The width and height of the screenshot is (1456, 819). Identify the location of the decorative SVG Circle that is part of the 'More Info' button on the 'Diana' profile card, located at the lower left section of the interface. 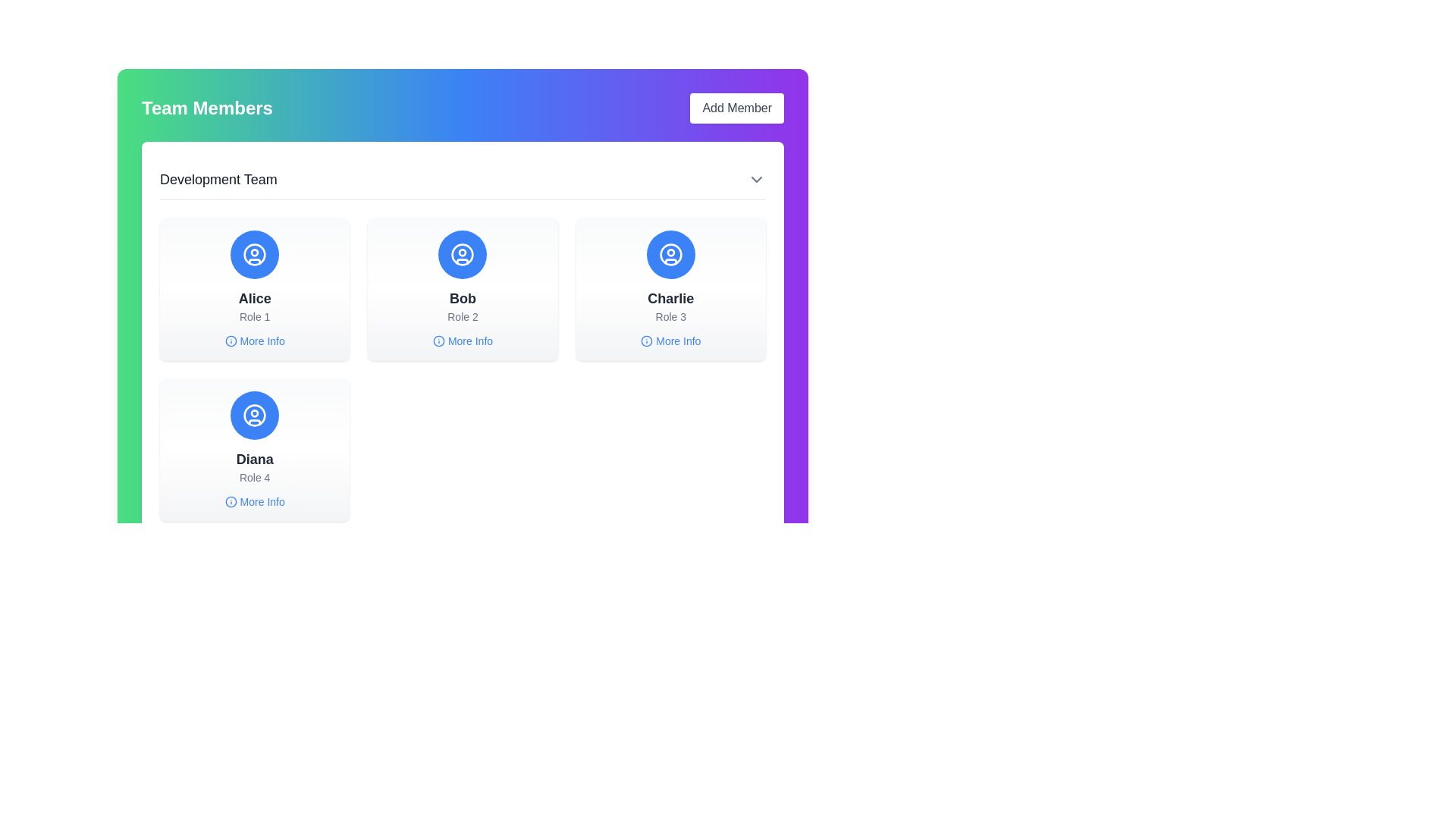
(230, 502).